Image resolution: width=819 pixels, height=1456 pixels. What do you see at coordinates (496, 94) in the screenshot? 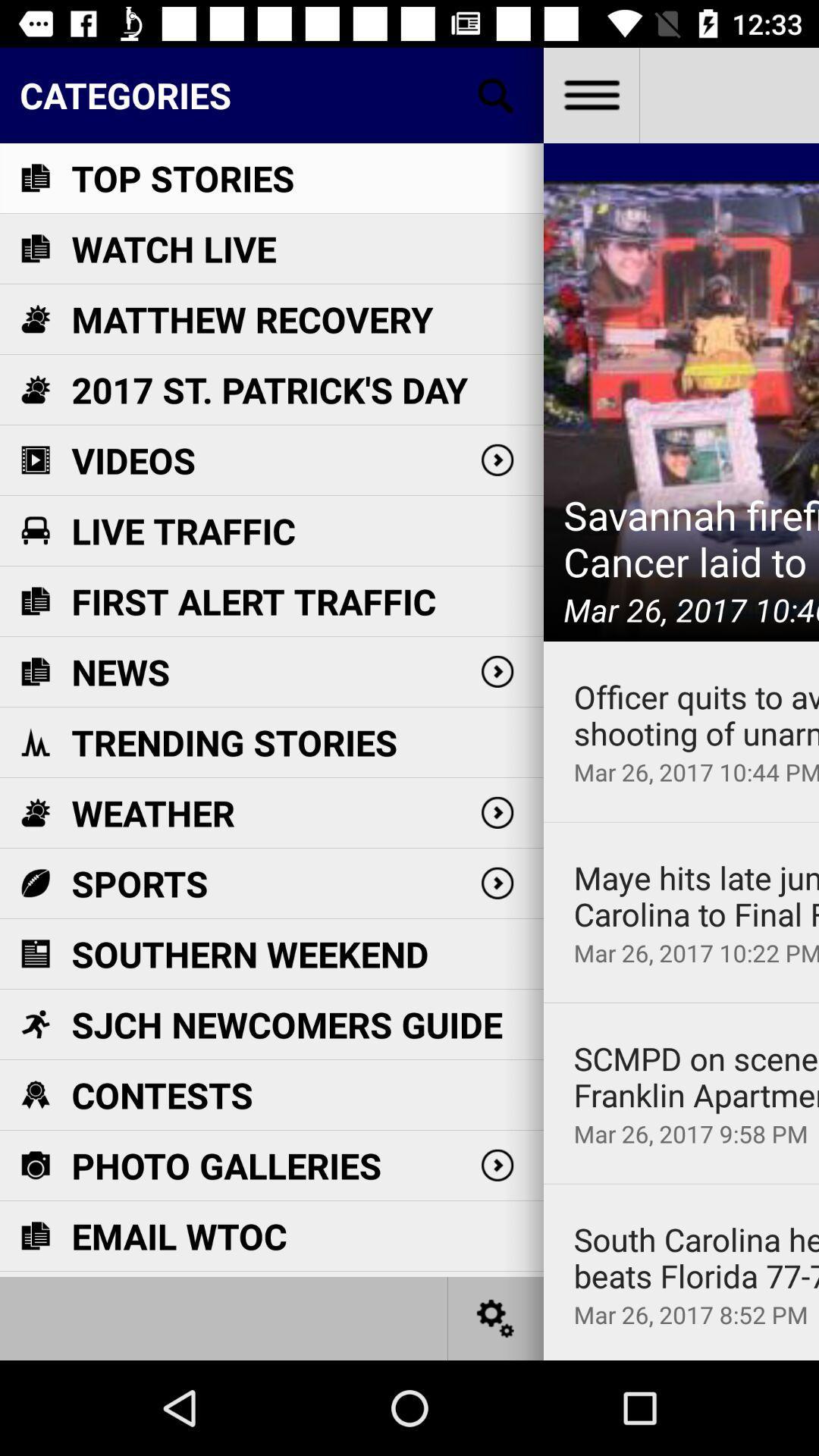
I see `the search icon` at bounding box center [496, 94].